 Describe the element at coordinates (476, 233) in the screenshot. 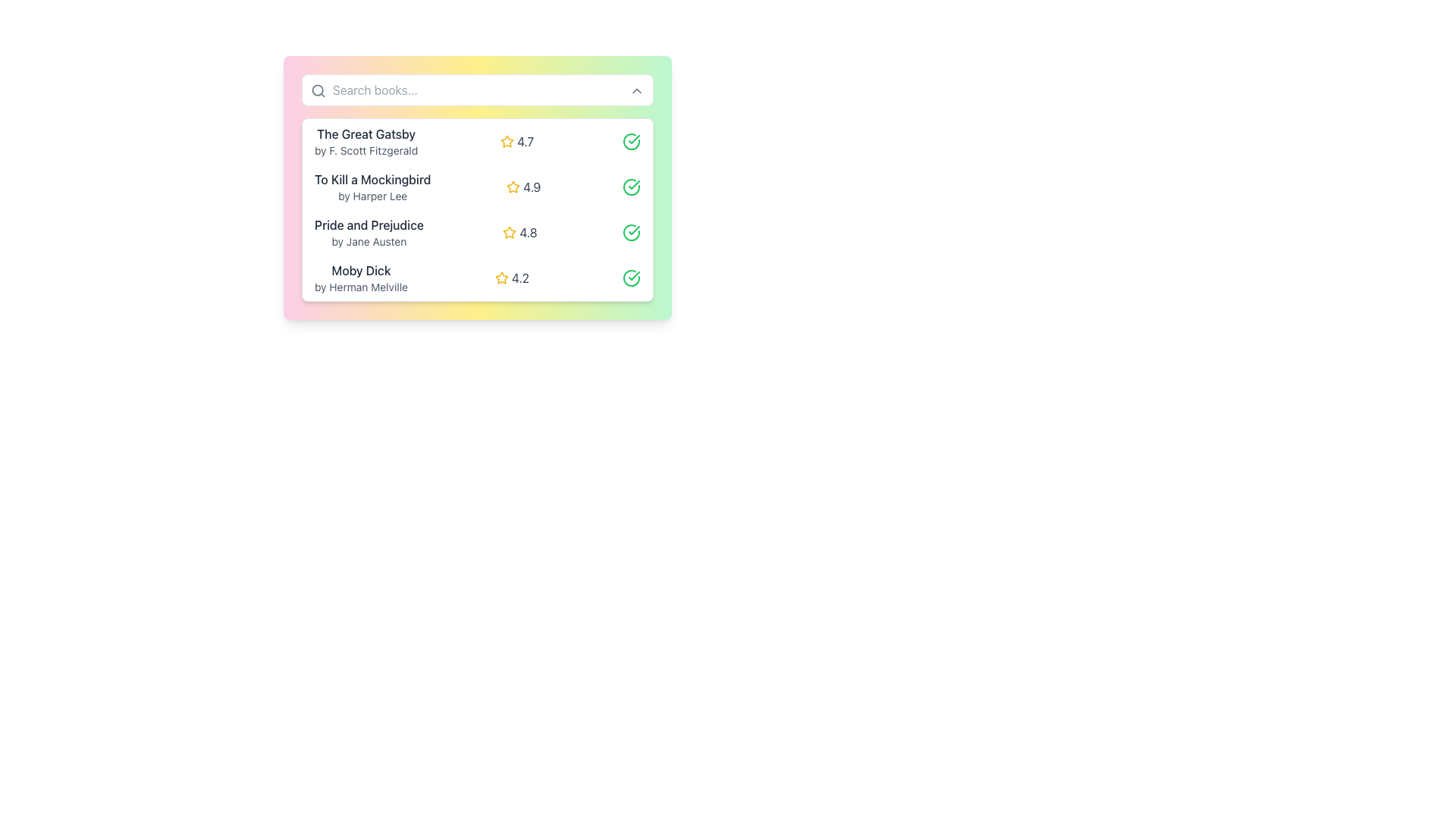

I see `the list item displaying the book 'Pride and Prejudice' by Jane Austen, which includes the book name, author, and rating, located as the third item in the vertical list` at that location.